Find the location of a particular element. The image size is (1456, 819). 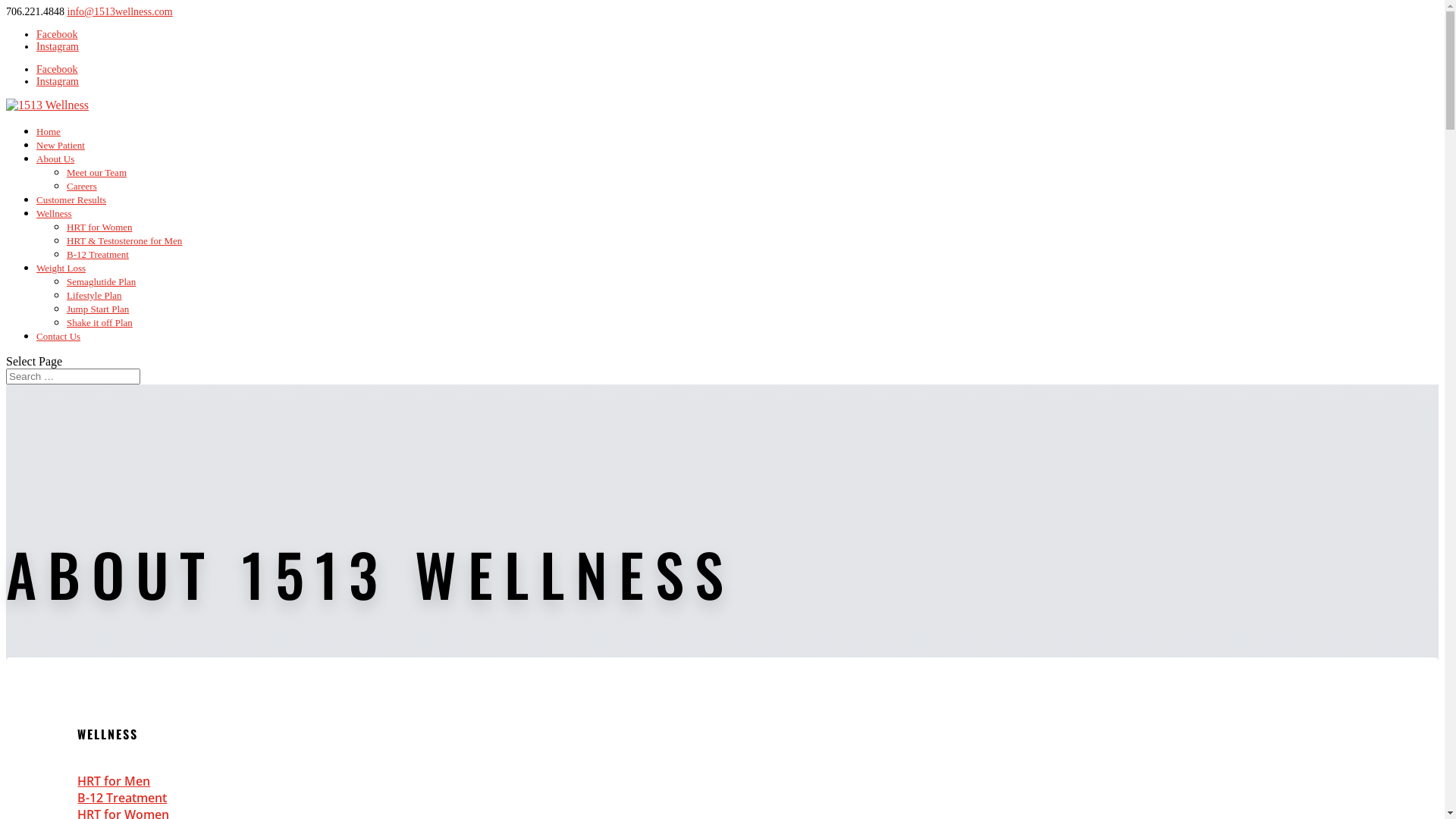

'Meet our Team' is located at coordinates (65, 171).